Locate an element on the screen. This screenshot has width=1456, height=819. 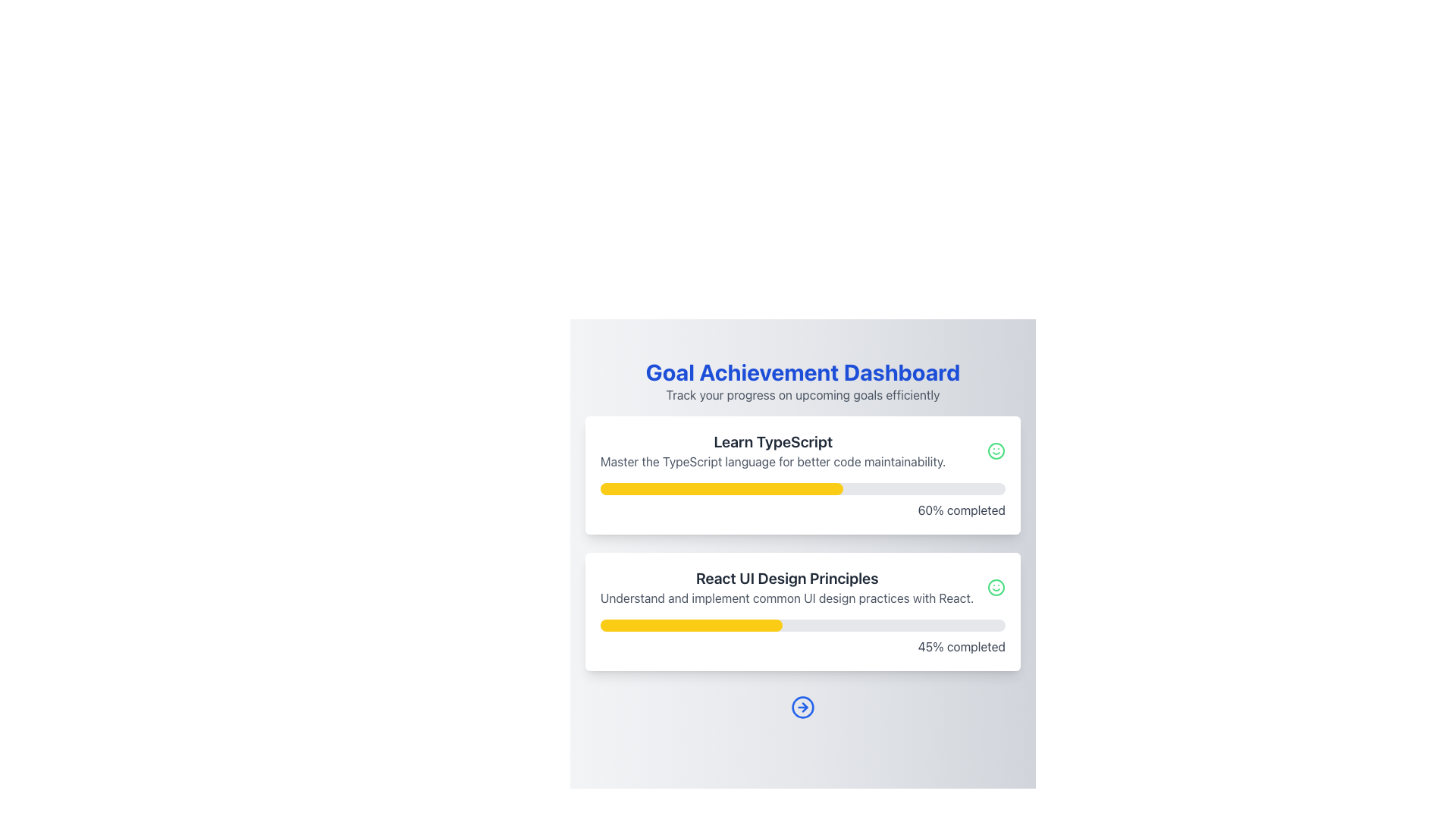
the decorative circular arrow button located at the bottom-center of the view, beneath two horizontal progress cards is located at coordinates (804, 708).